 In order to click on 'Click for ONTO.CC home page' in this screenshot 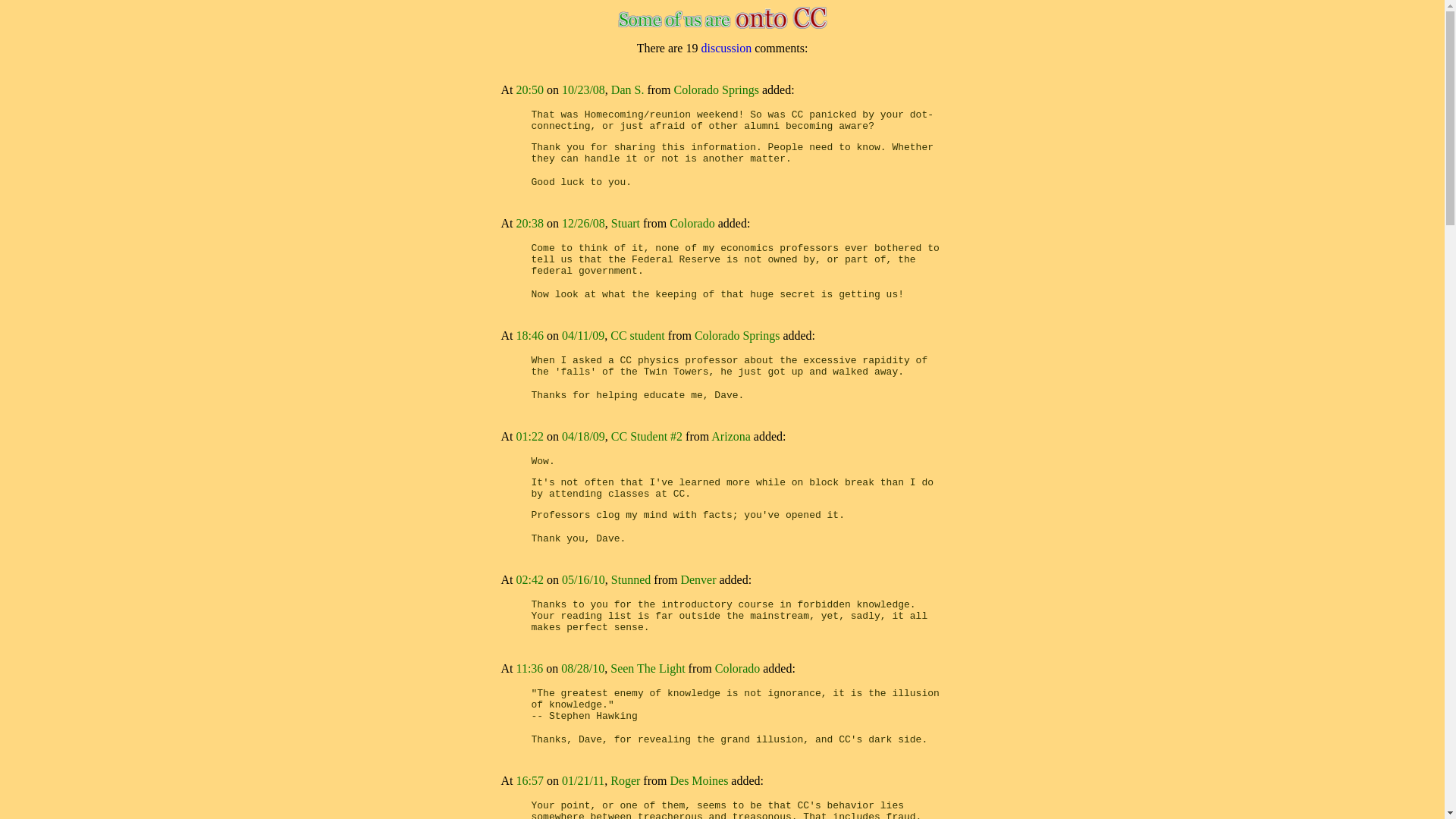, I will do `click(617, 25)`.